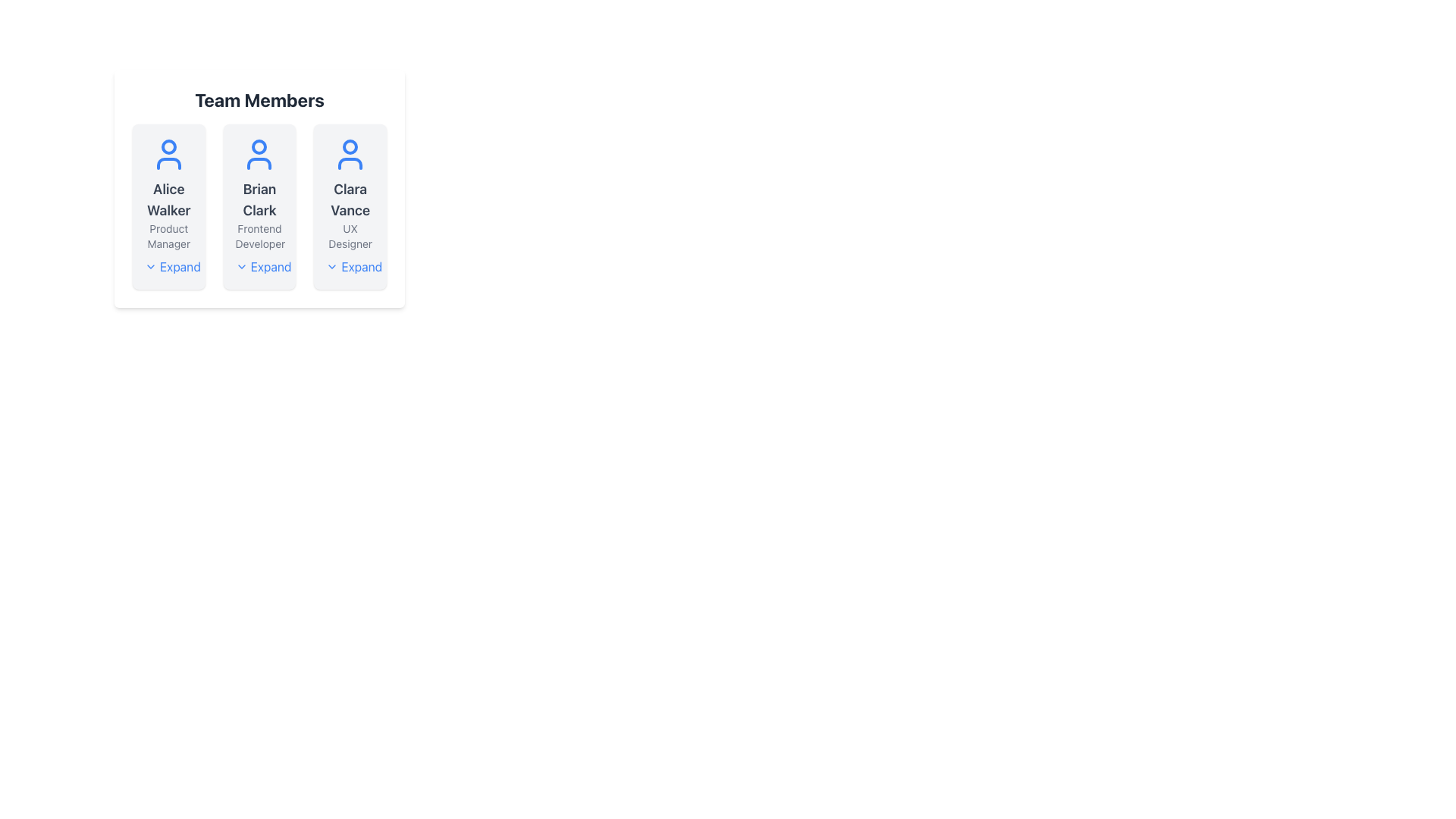  I want to click on the torso icon element within the SVG graphic representing Brian Clark, the second user in the team member list, so click(259, 164).